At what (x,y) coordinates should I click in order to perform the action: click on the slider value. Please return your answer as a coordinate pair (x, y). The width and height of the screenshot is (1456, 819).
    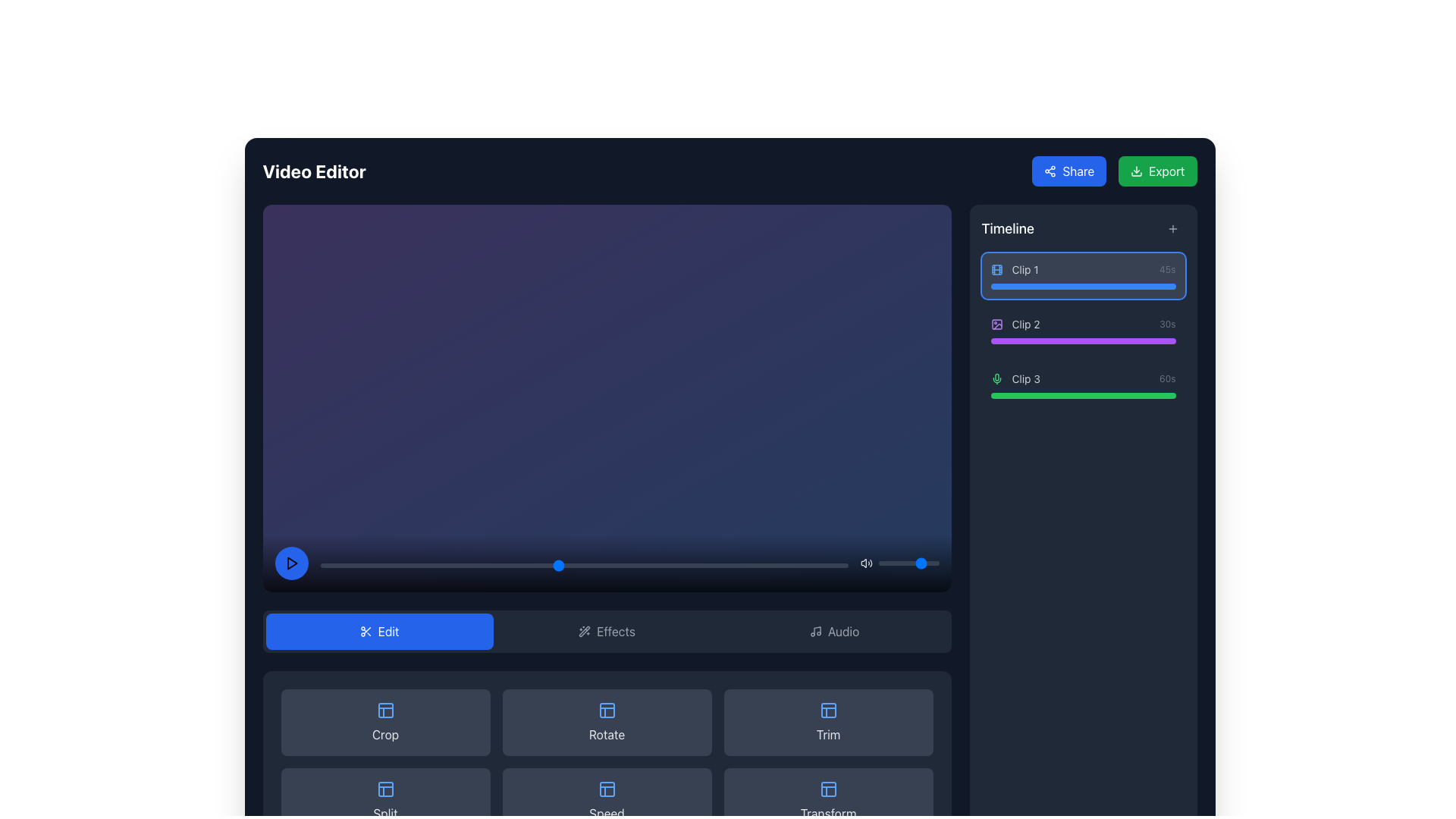
    Looking at the image, I should click on (927, 563).